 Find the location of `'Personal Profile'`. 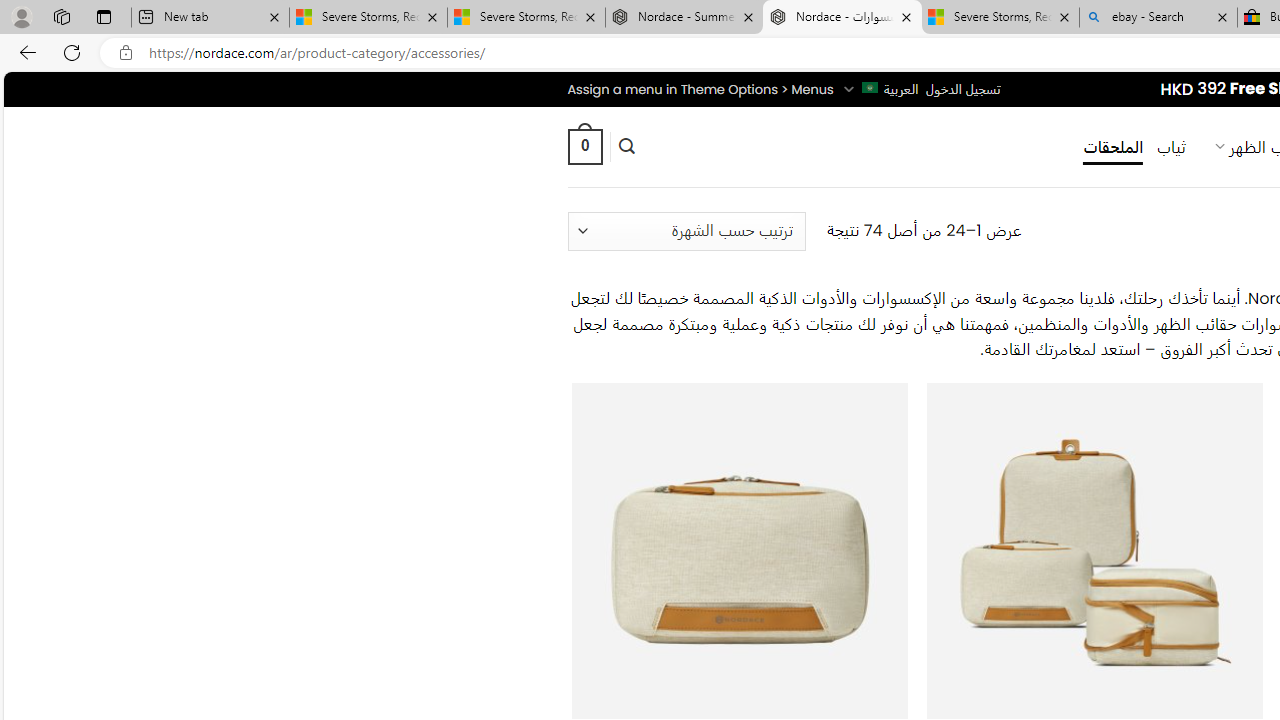

'Personal Profile' is located at coordinates (21, 16).